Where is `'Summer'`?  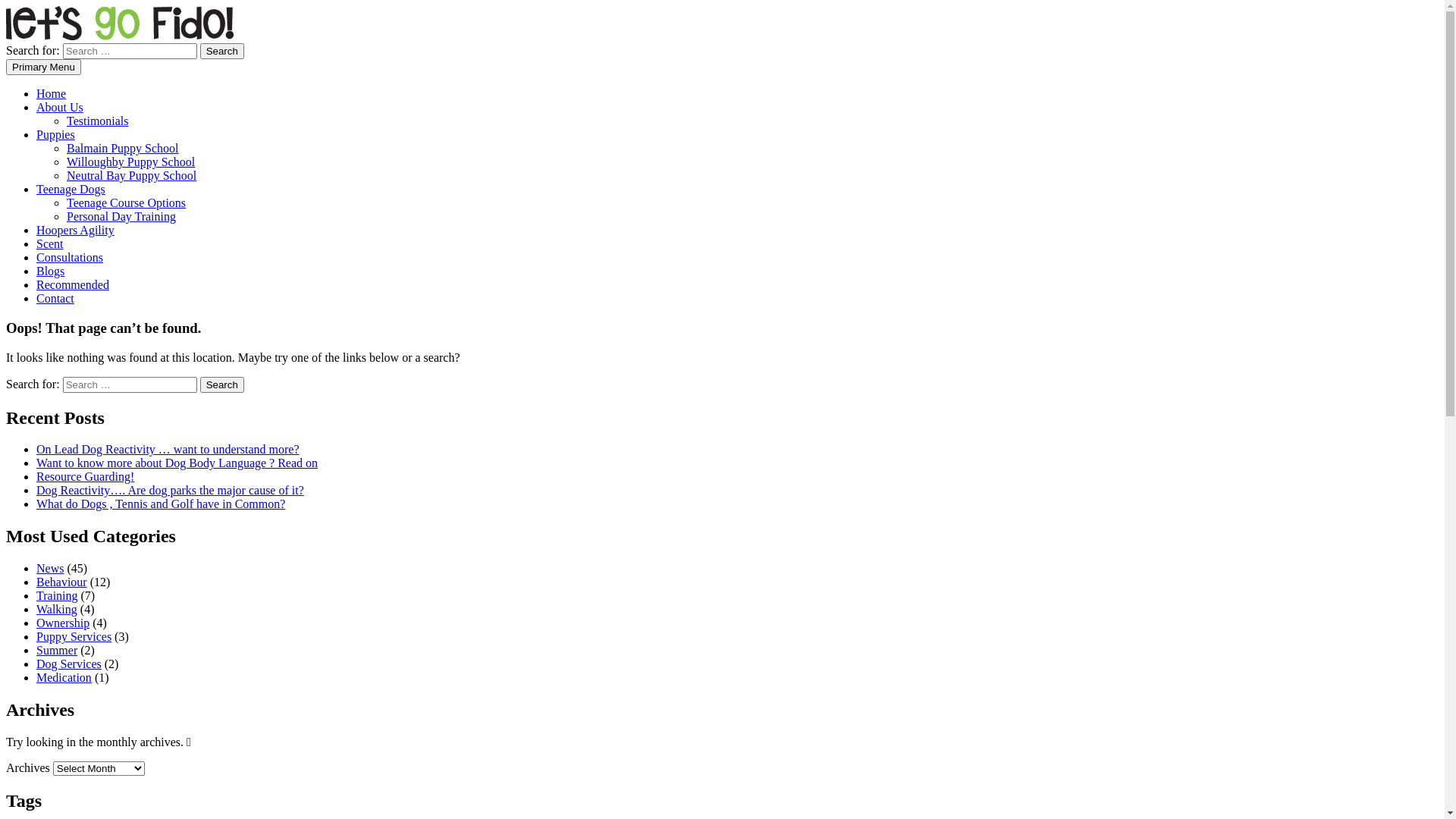
'Summer' is located at coordinates (57, 649).